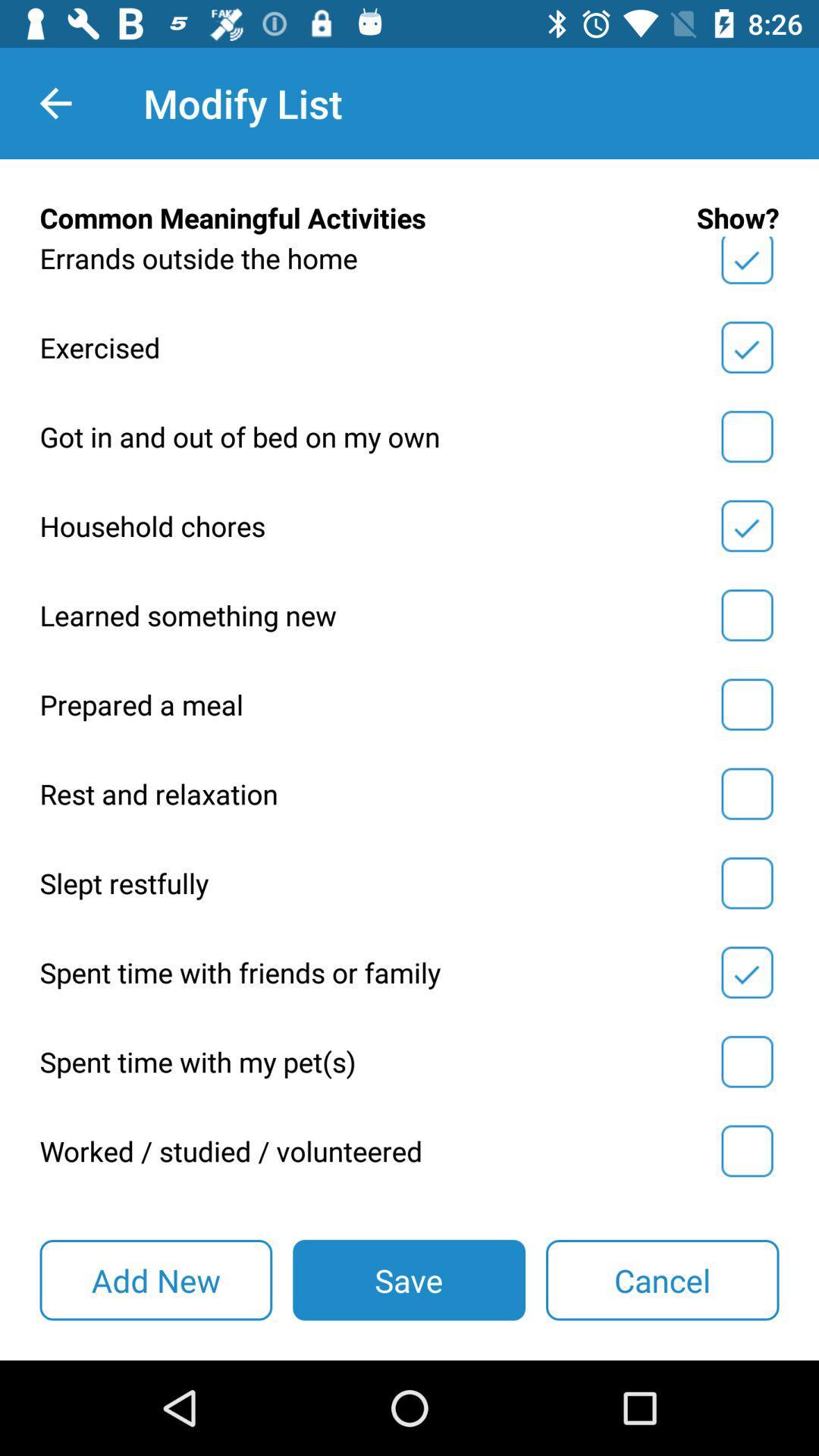  What do you see at coordinates (746, 436) in the screenshot?
I see `check mark to box` at bounding box center [746, 436].